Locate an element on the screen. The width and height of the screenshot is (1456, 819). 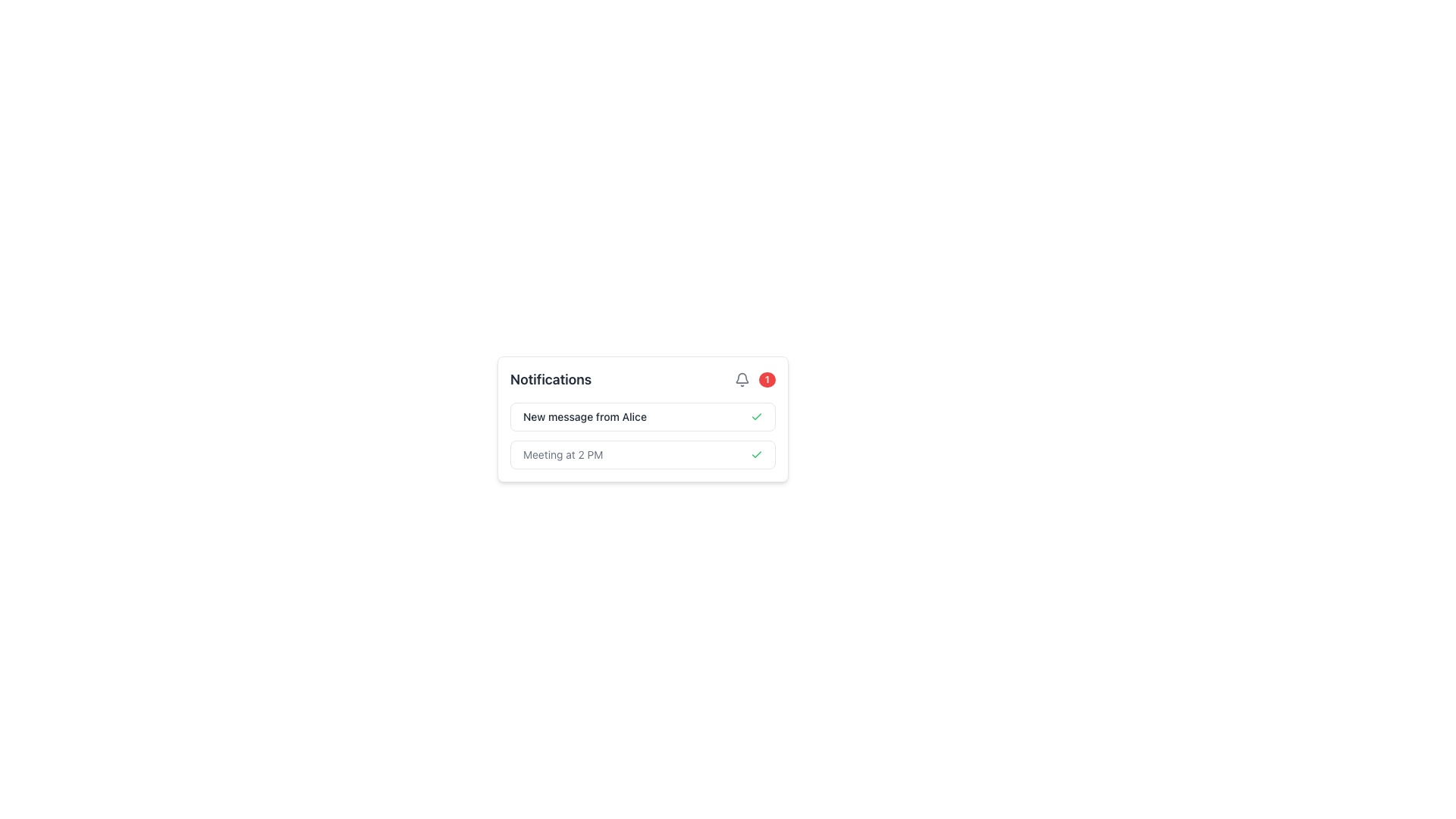
the notification bell icon located is located at coordinates (742, 379).